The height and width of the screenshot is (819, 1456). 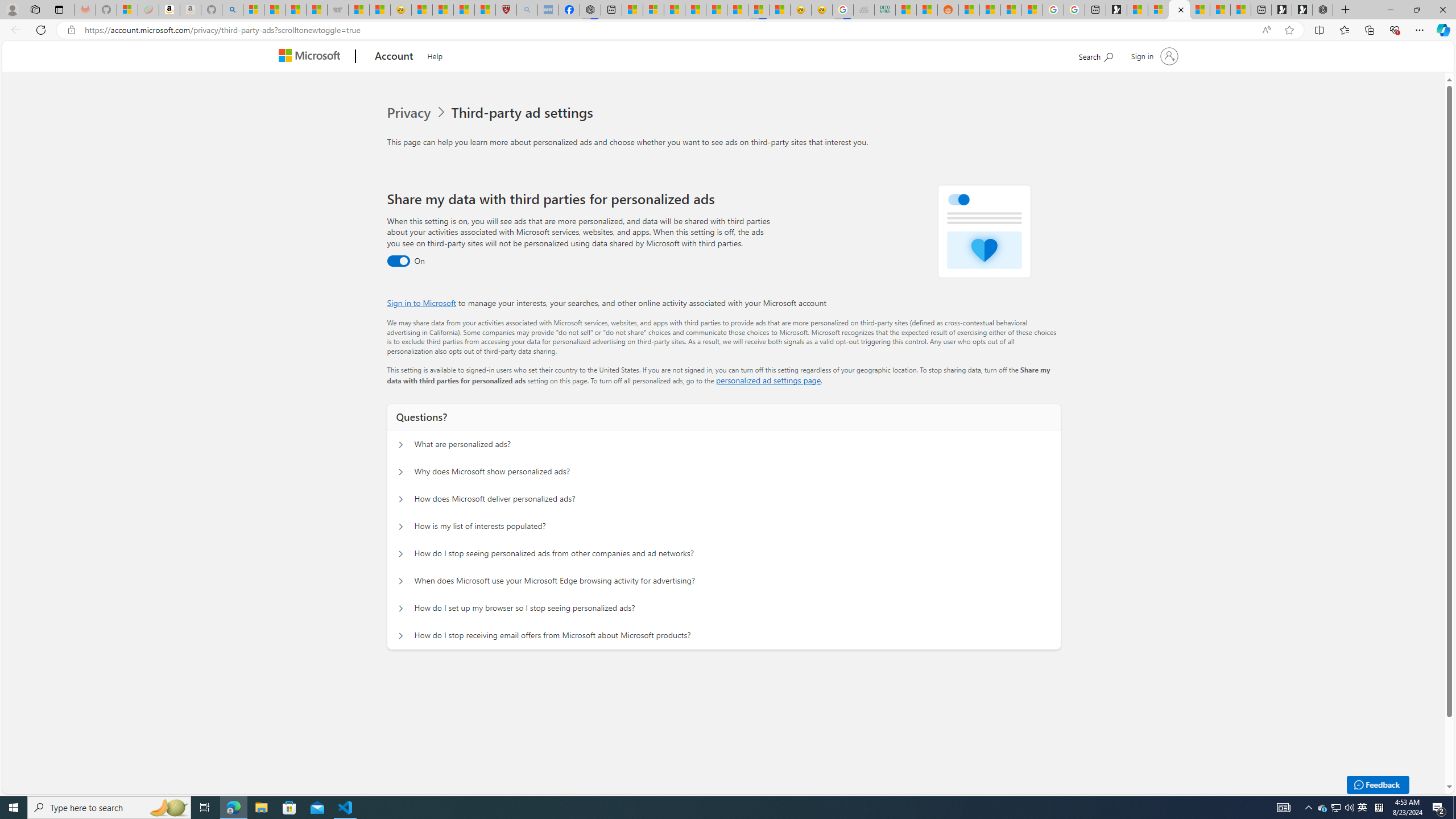 I want to click on 'Questions? What are personalized ads?', so click(x=401, y=444).